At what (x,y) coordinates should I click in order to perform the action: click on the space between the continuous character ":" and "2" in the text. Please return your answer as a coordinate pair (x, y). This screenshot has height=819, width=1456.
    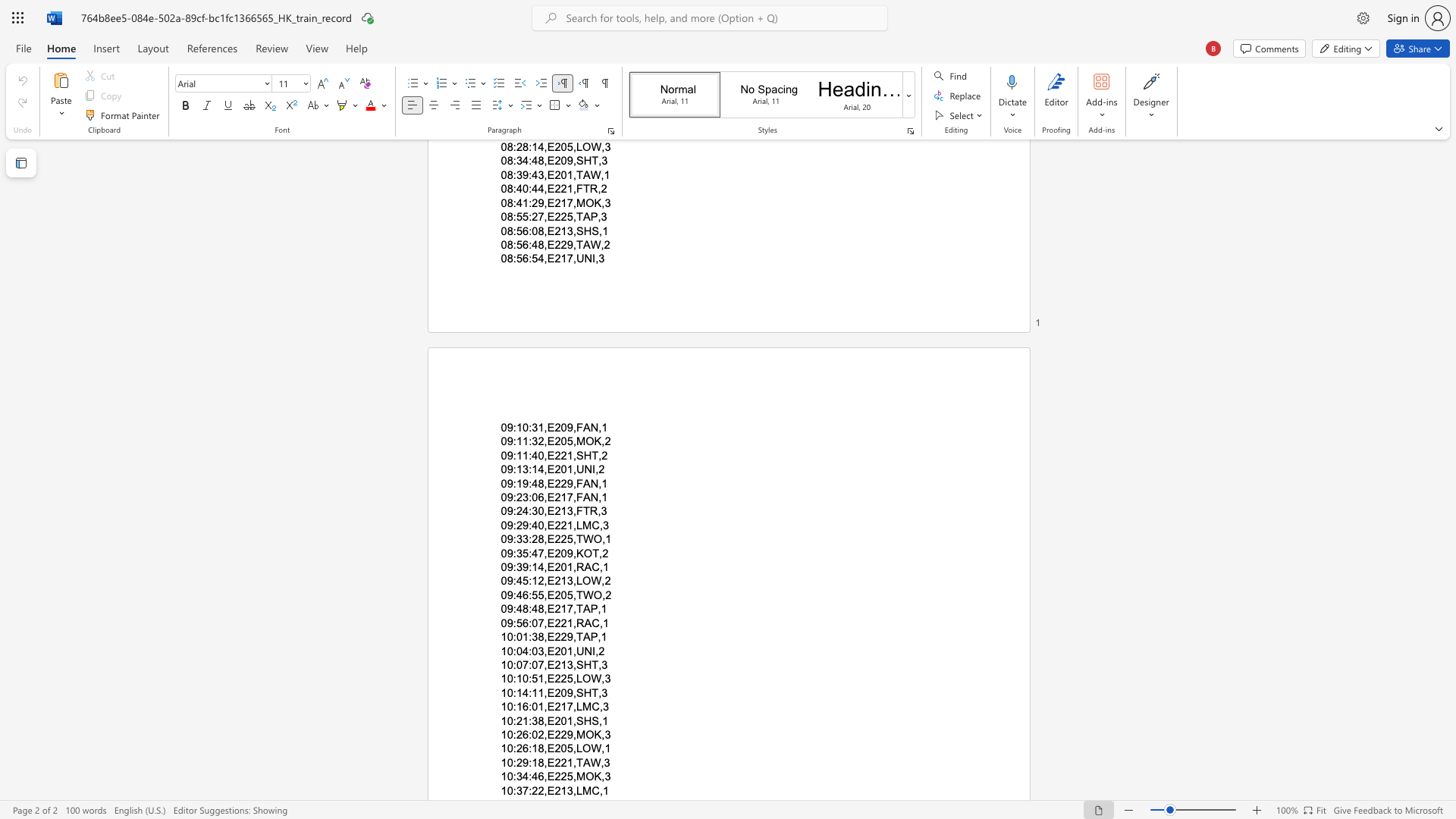
    Looking at the image, I should click on (516, 497).